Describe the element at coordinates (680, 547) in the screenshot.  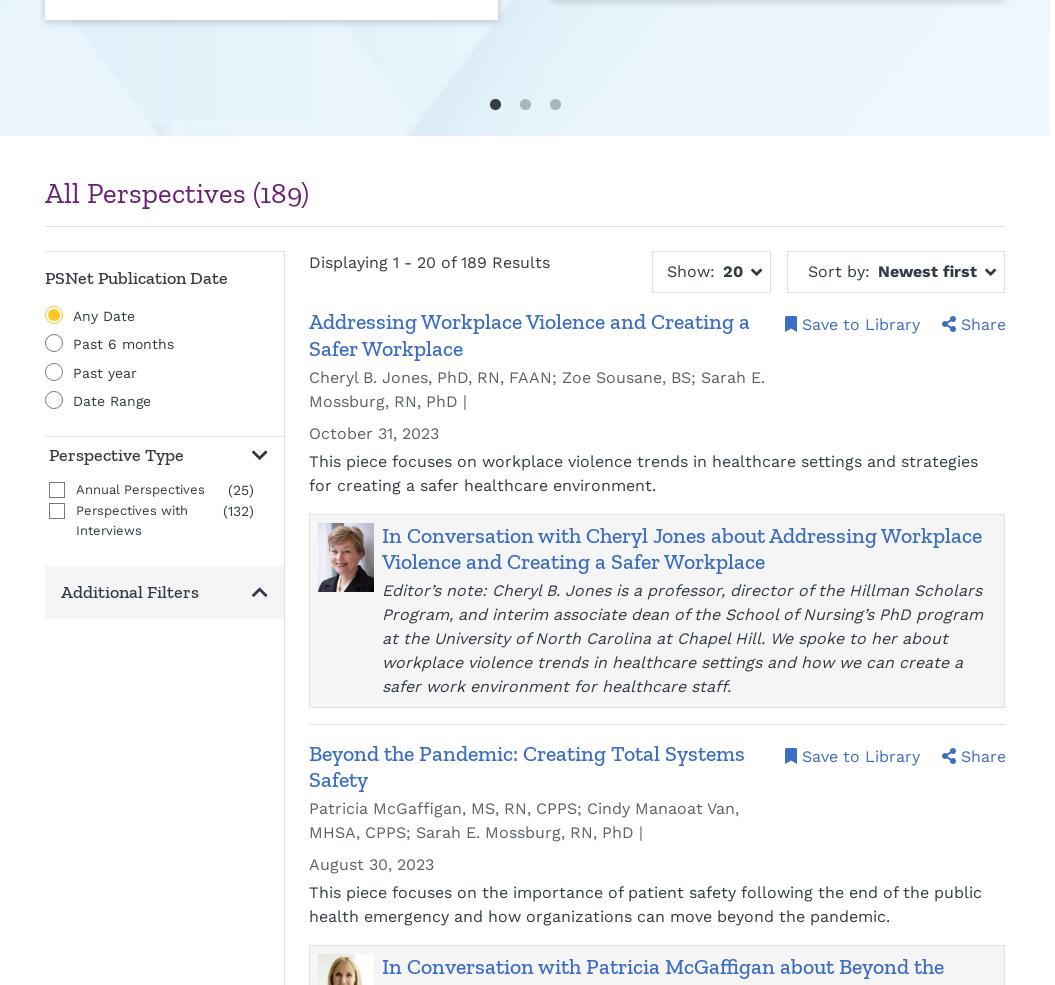
I see `'In Conversation with Cheryl Jones about Addressing Workplace Violence and Creating a Safer Workplace'` at that location.